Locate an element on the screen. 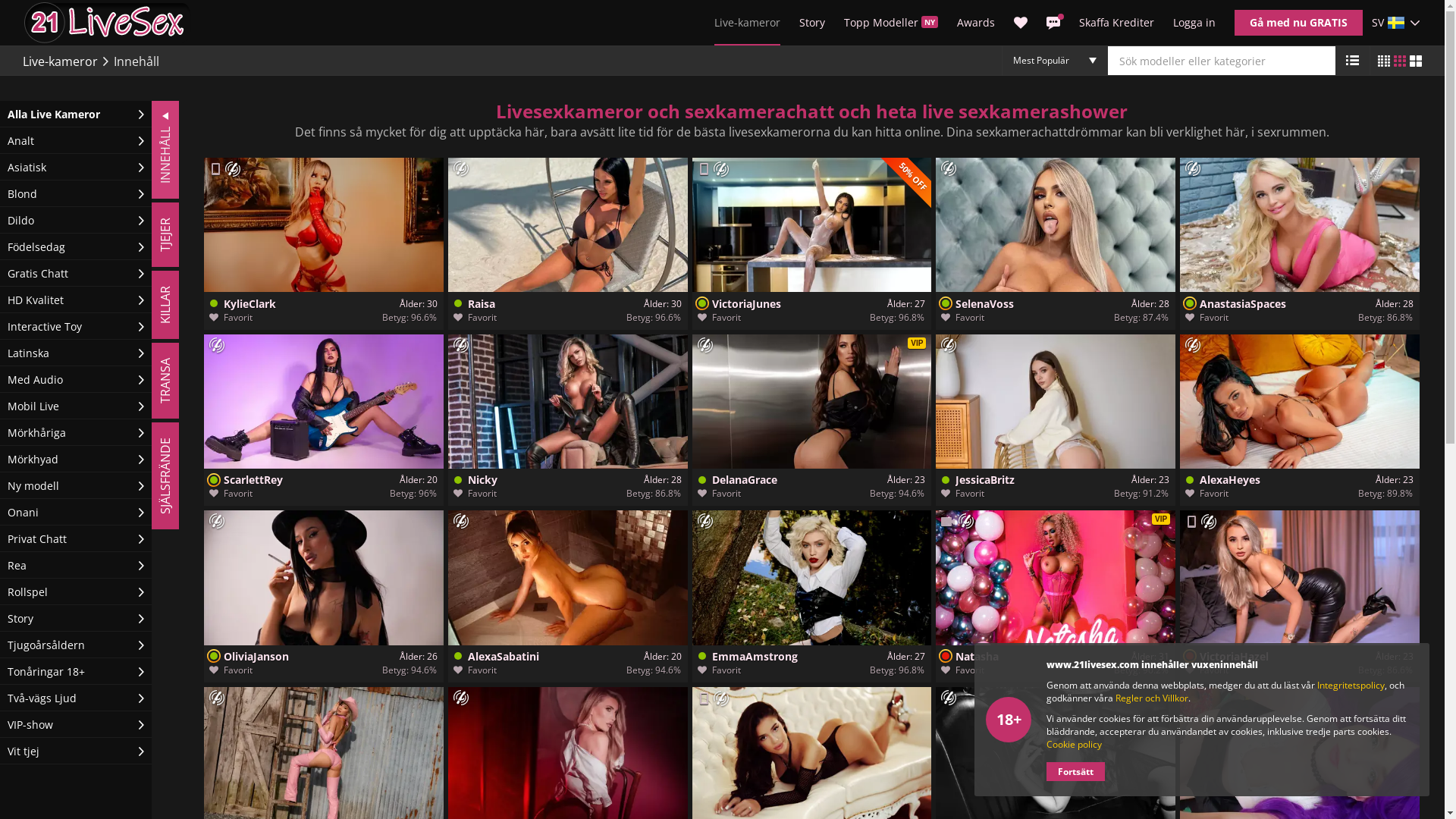 This screenshot has height=819, width=1456. 'Rea' is located at coordinates (75, 565).